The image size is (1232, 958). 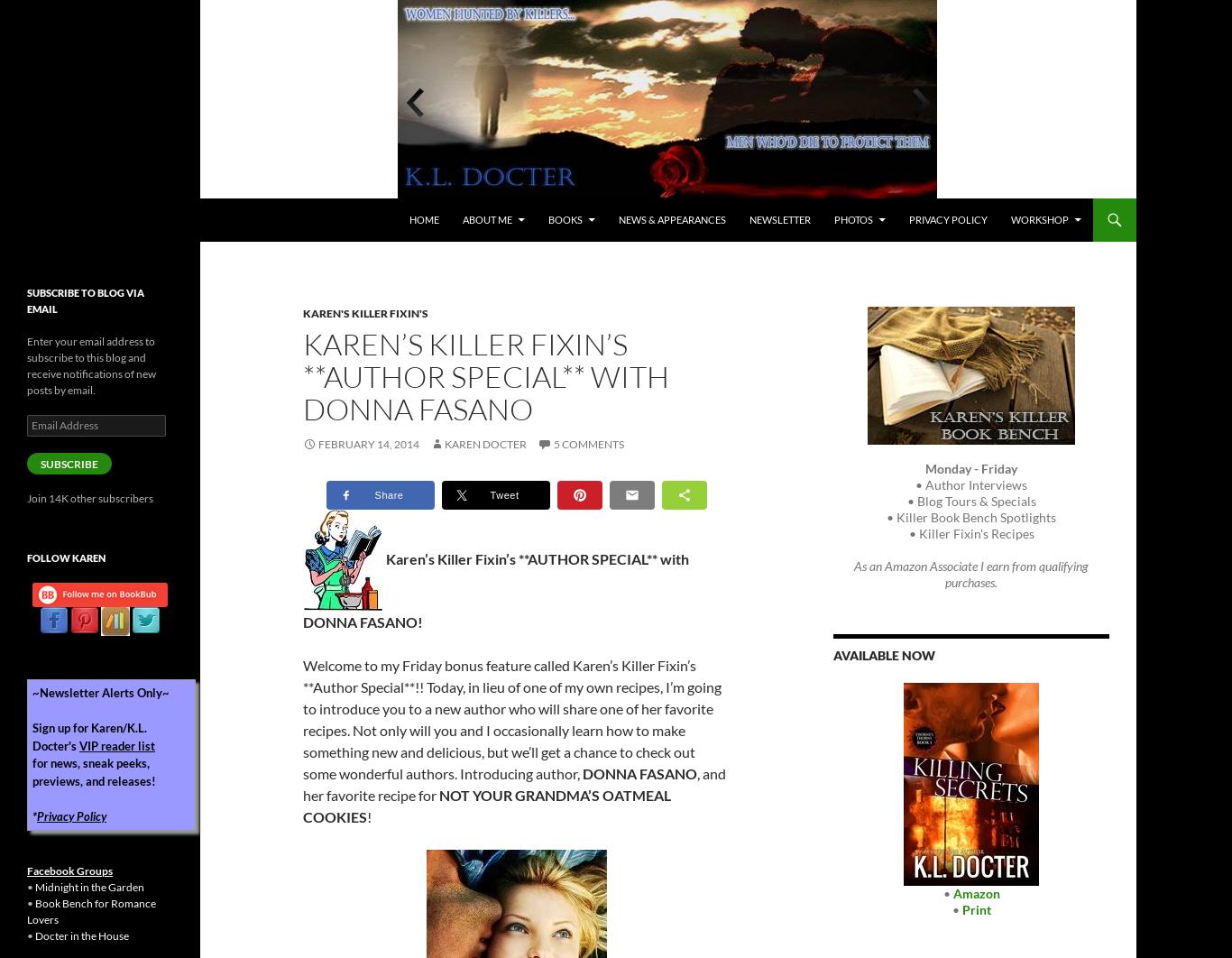 I want to click on 'Join 14K other subscribers', so click(x=89, y=498).